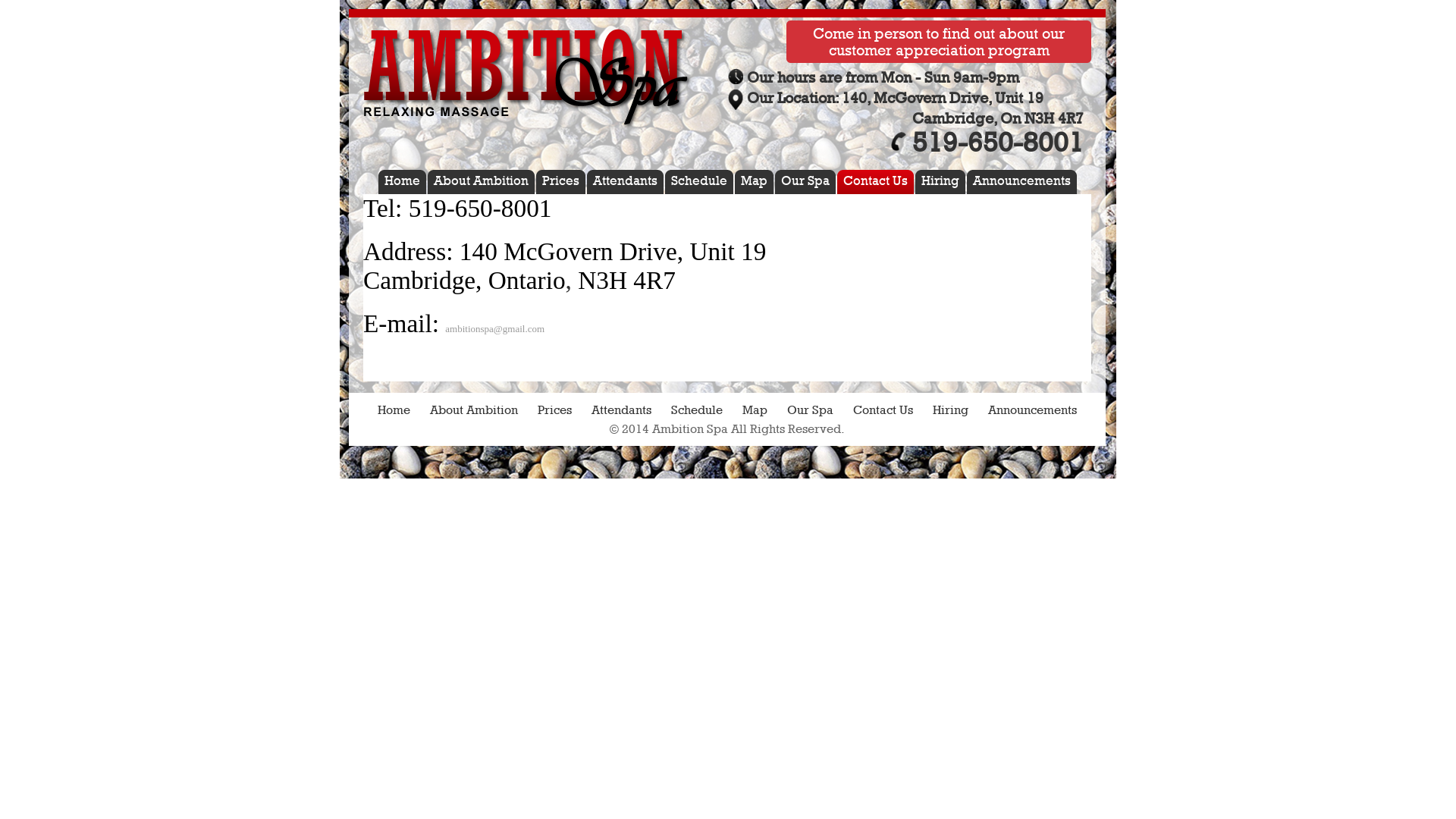 This screenshot has height=819, width=1456. I want to click on 'Map', so click(756, 180).